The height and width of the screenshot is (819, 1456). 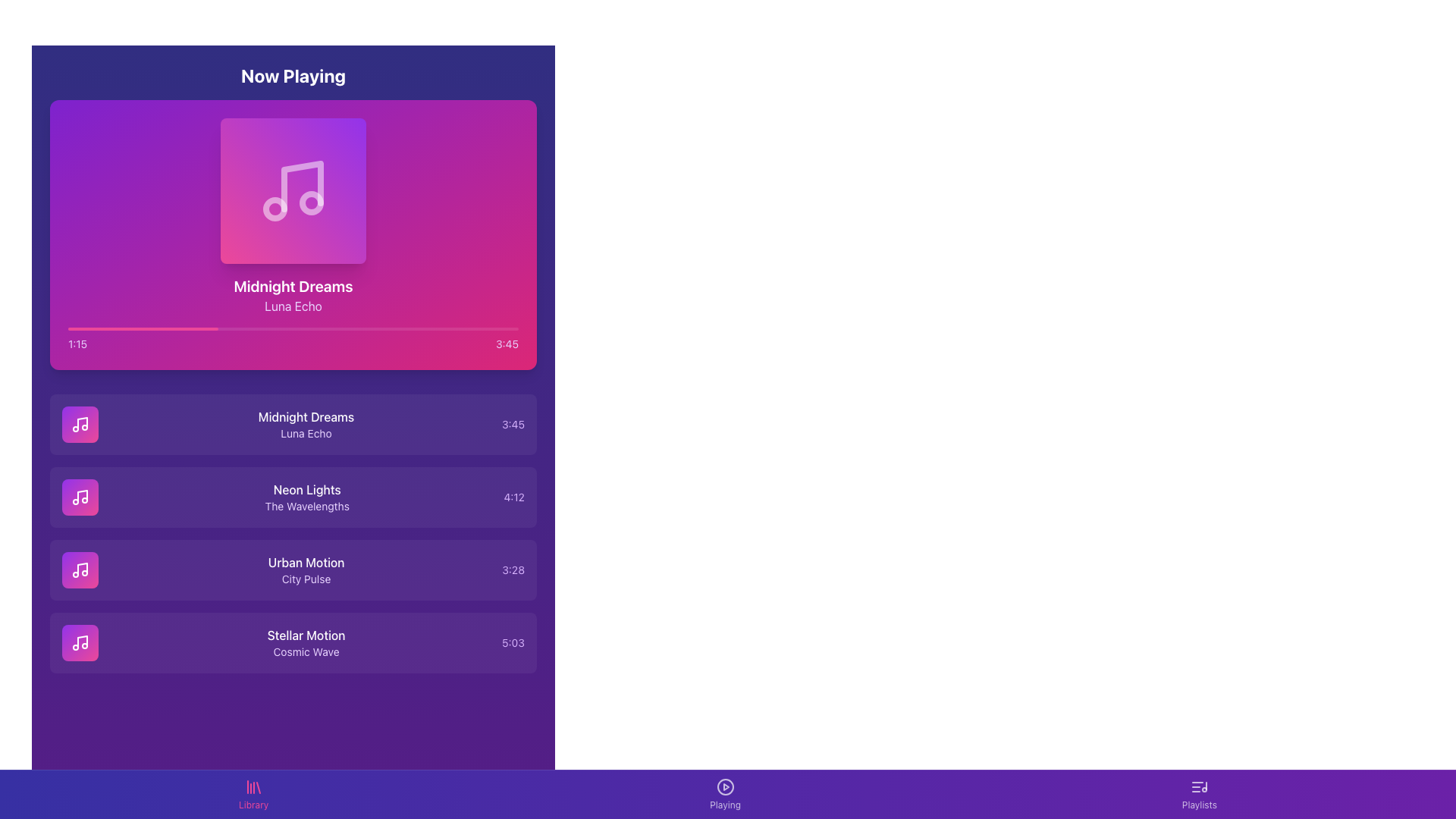 What do you see at coordinates (293, 190) in the screenshot?
I see `the thumbnail widget representing the currently selected music track 'Midnight Dreams' by 'Luna Echo' for visual feedback` at bounding box center [293, 190].